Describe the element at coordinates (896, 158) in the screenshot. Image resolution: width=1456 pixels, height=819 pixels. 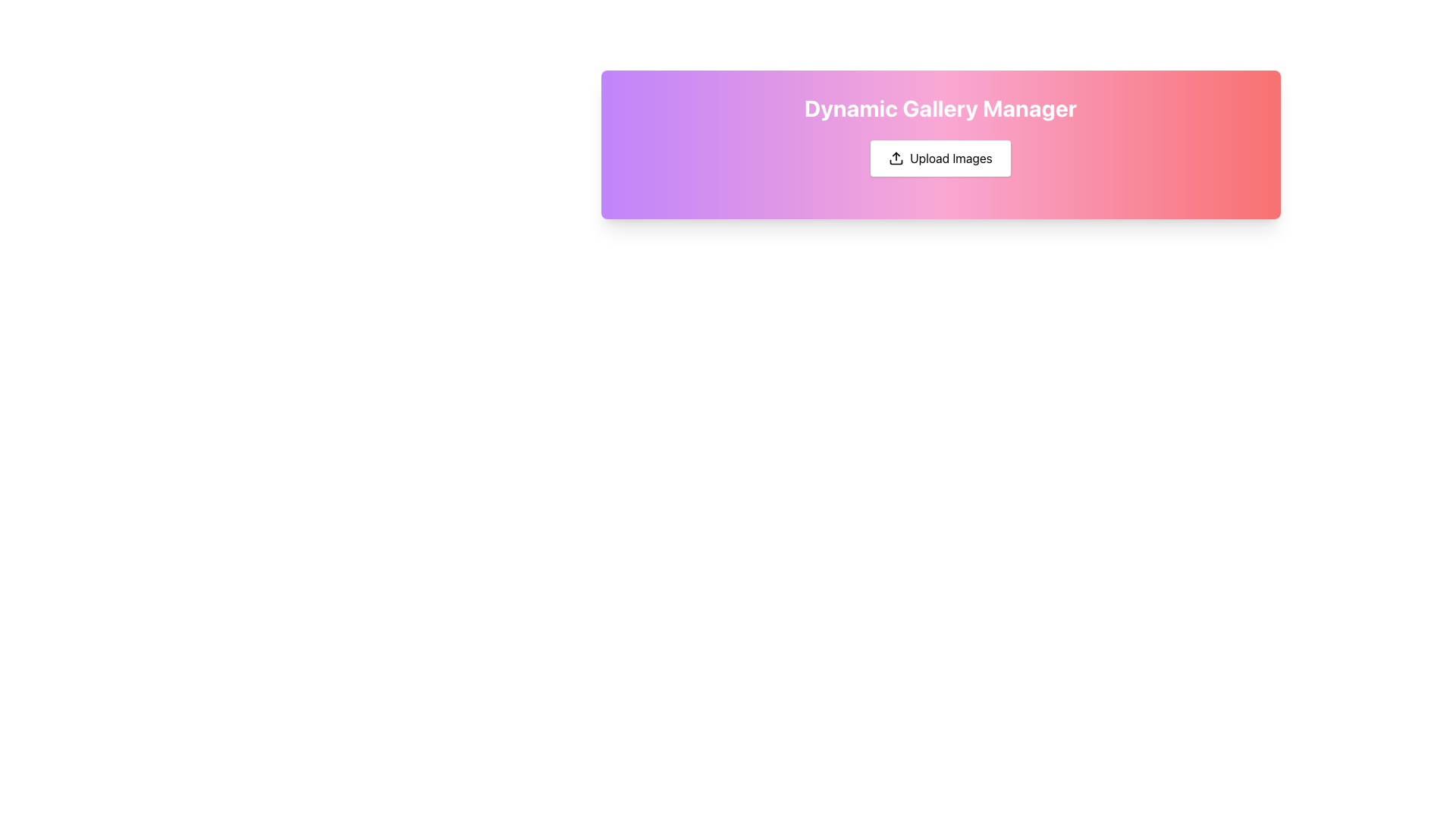
I see `the 'Upload' icon located on the left side of the 'Upload Images' button within the central panel of the gradient background rectangle` at that location.